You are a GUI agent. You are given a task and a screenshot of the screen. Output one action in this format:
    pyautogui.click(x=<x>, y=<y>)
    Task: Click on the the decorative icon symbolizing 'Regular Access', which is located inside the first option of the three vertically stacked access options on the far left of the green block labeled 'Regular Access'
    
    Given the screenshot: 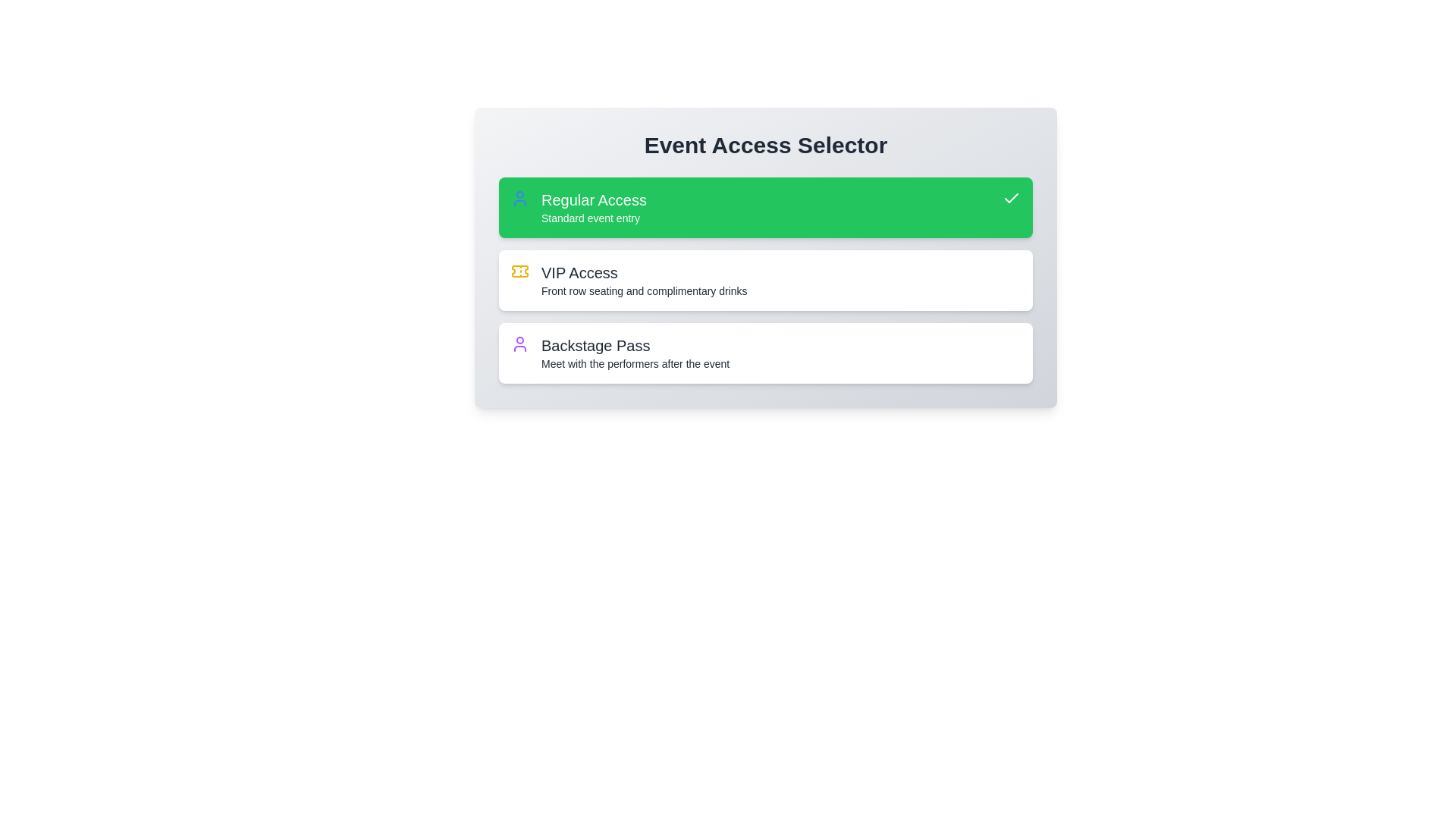 What is the action you would take?
    pyautogui.click(x=520, y=344)
    